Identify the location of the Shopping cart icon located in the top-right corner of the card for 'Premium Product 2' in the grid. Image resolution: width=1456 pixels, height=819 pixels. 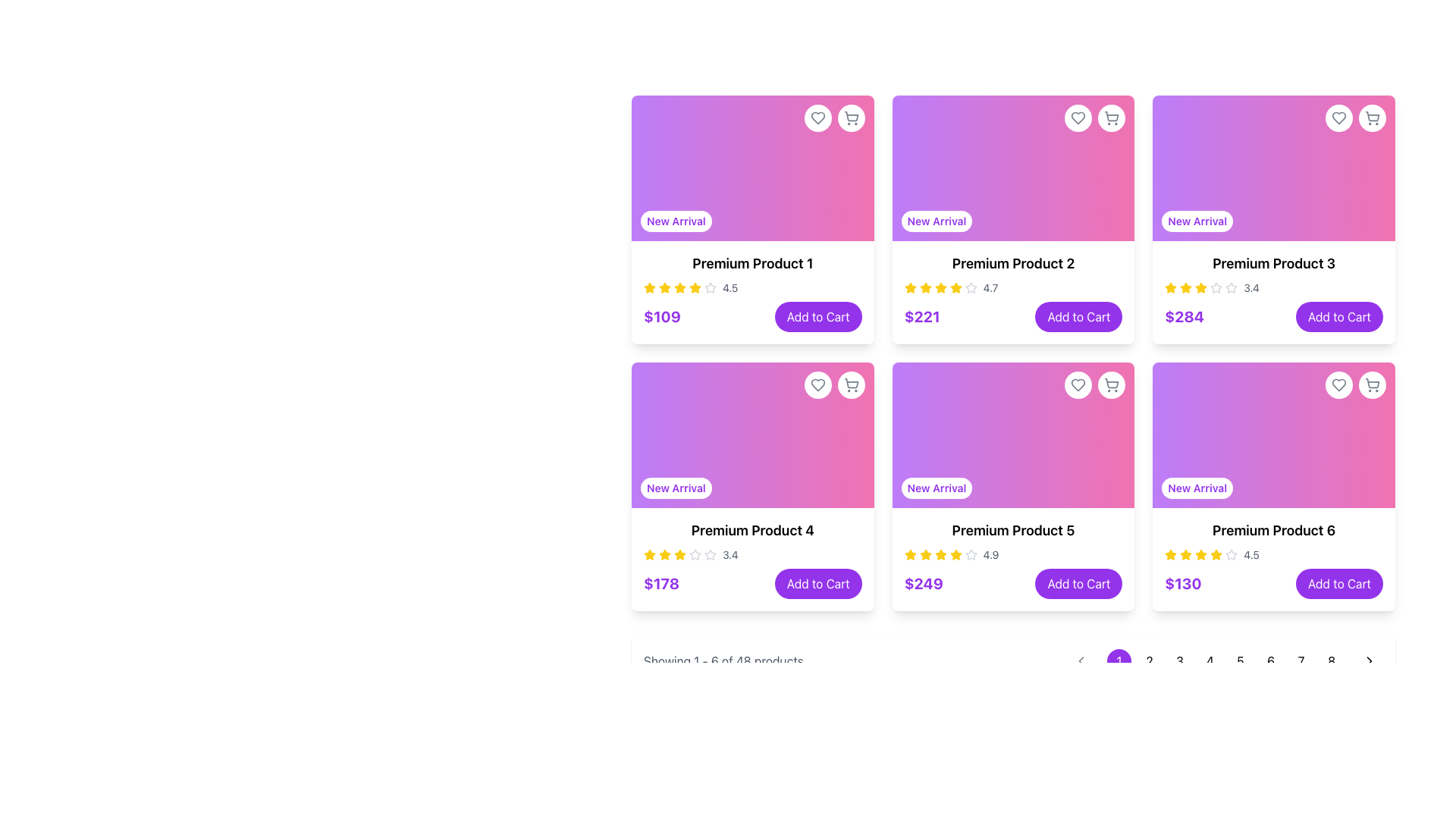
(1112, 117).